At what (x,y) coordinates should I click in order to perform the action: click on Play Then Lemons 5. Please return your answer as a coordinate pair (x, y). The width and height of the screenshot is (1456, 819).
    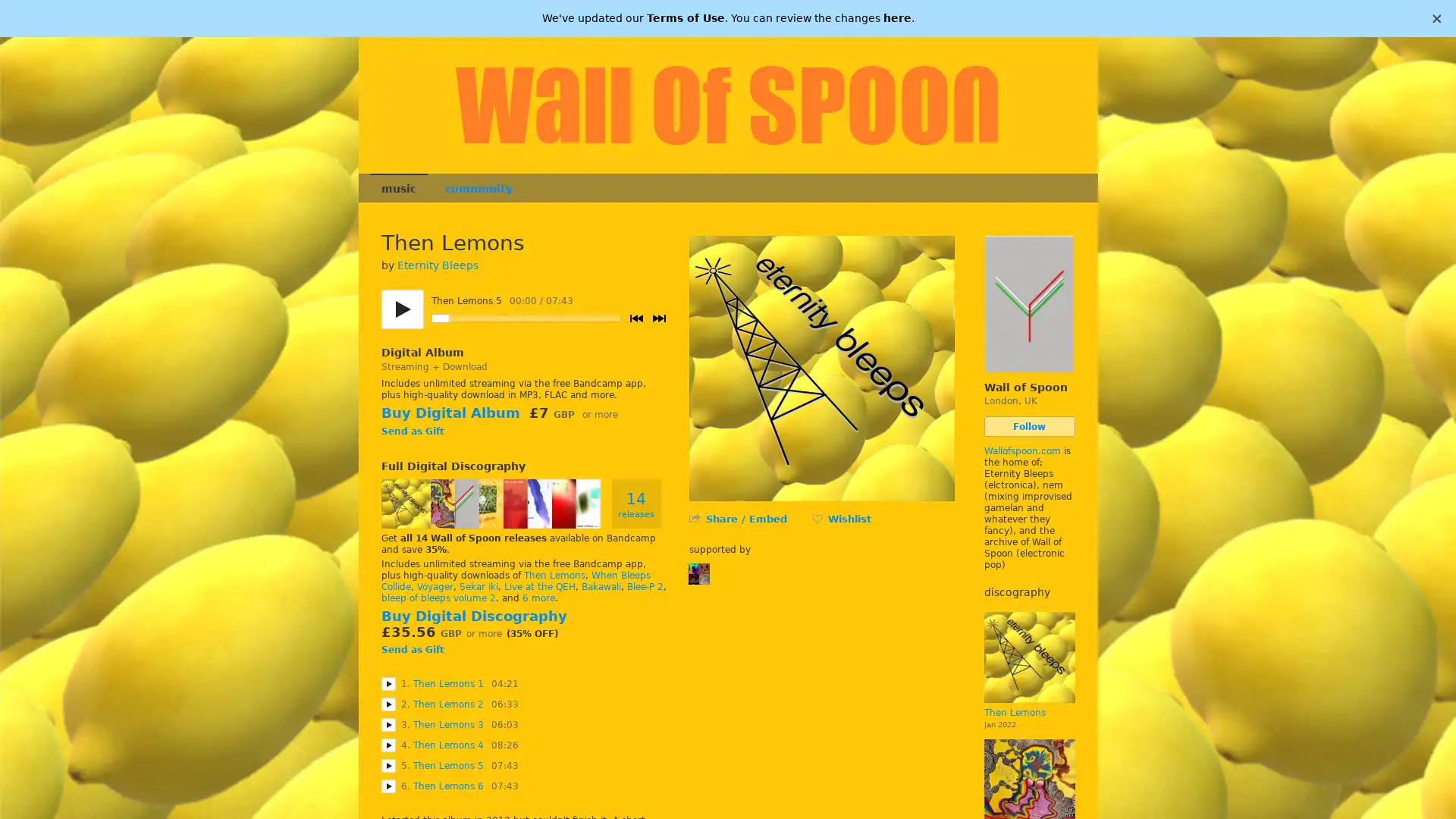
    Looking at the image, I should click on (388, 765).